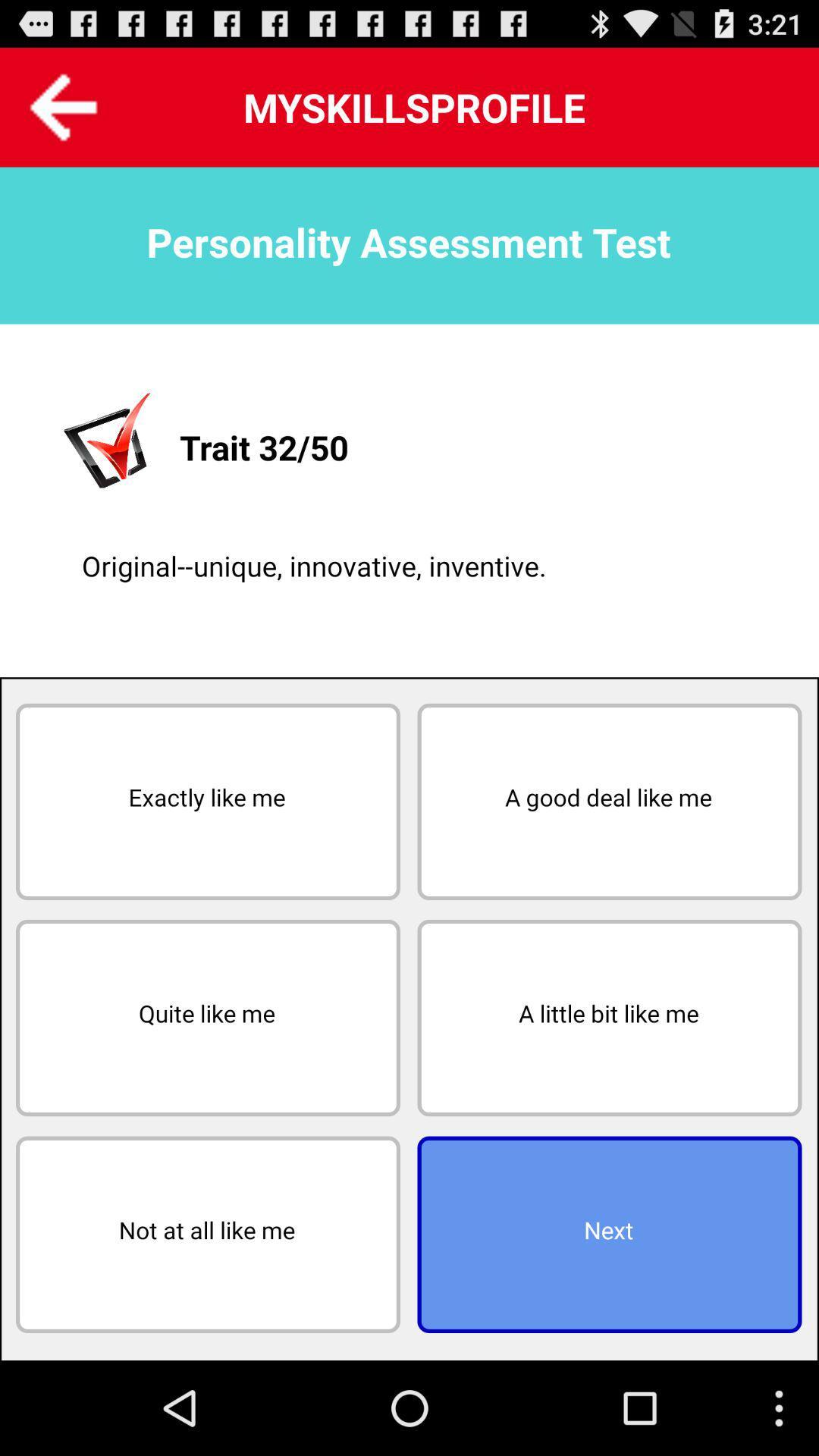 This screenshot has width=819, height=1456. I want to click on icon below quite like me, so click(208, 1235).